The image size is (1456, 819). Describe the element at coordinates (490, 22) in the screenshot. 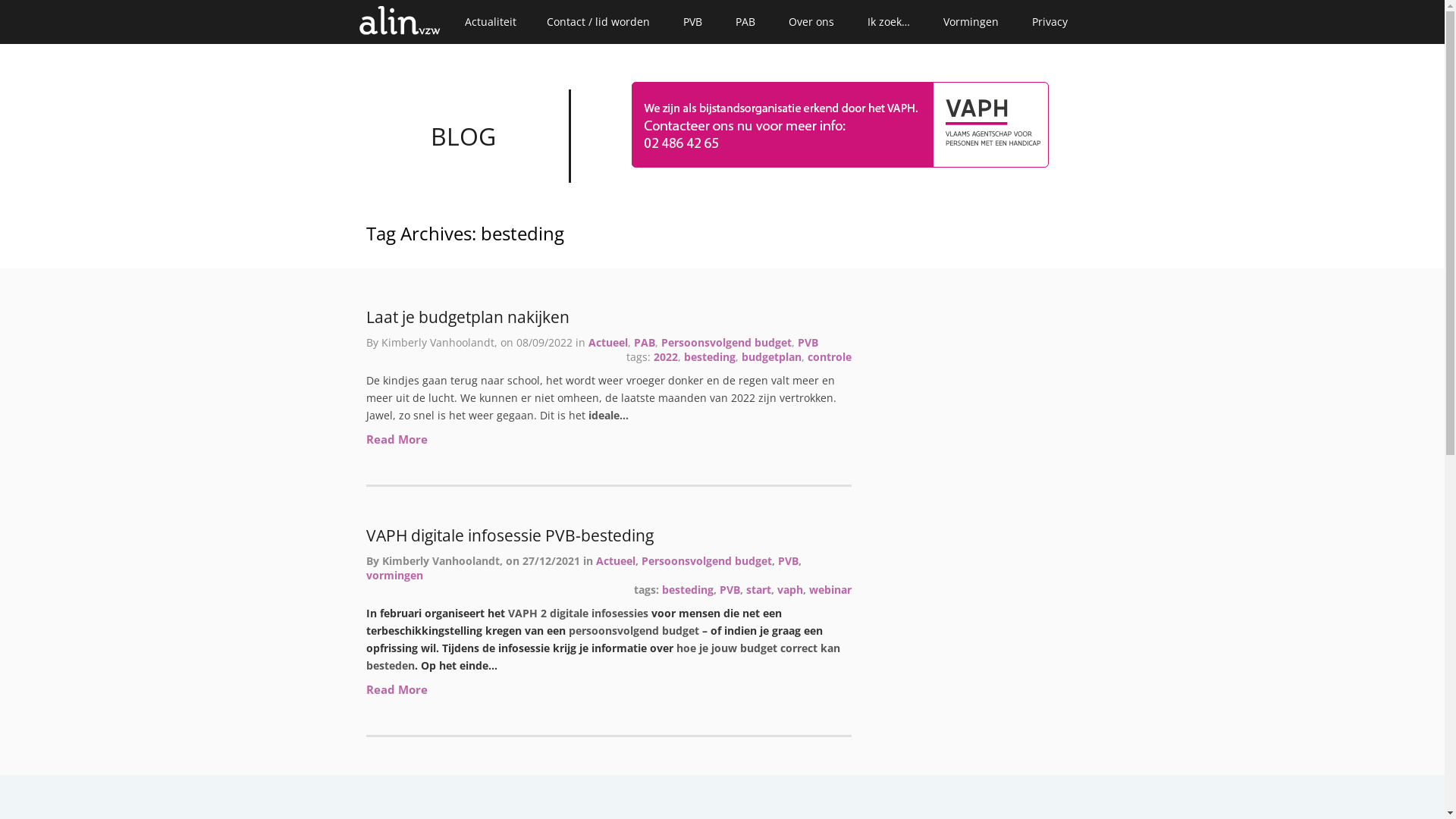

I see `'Actualiteit'` at that location.